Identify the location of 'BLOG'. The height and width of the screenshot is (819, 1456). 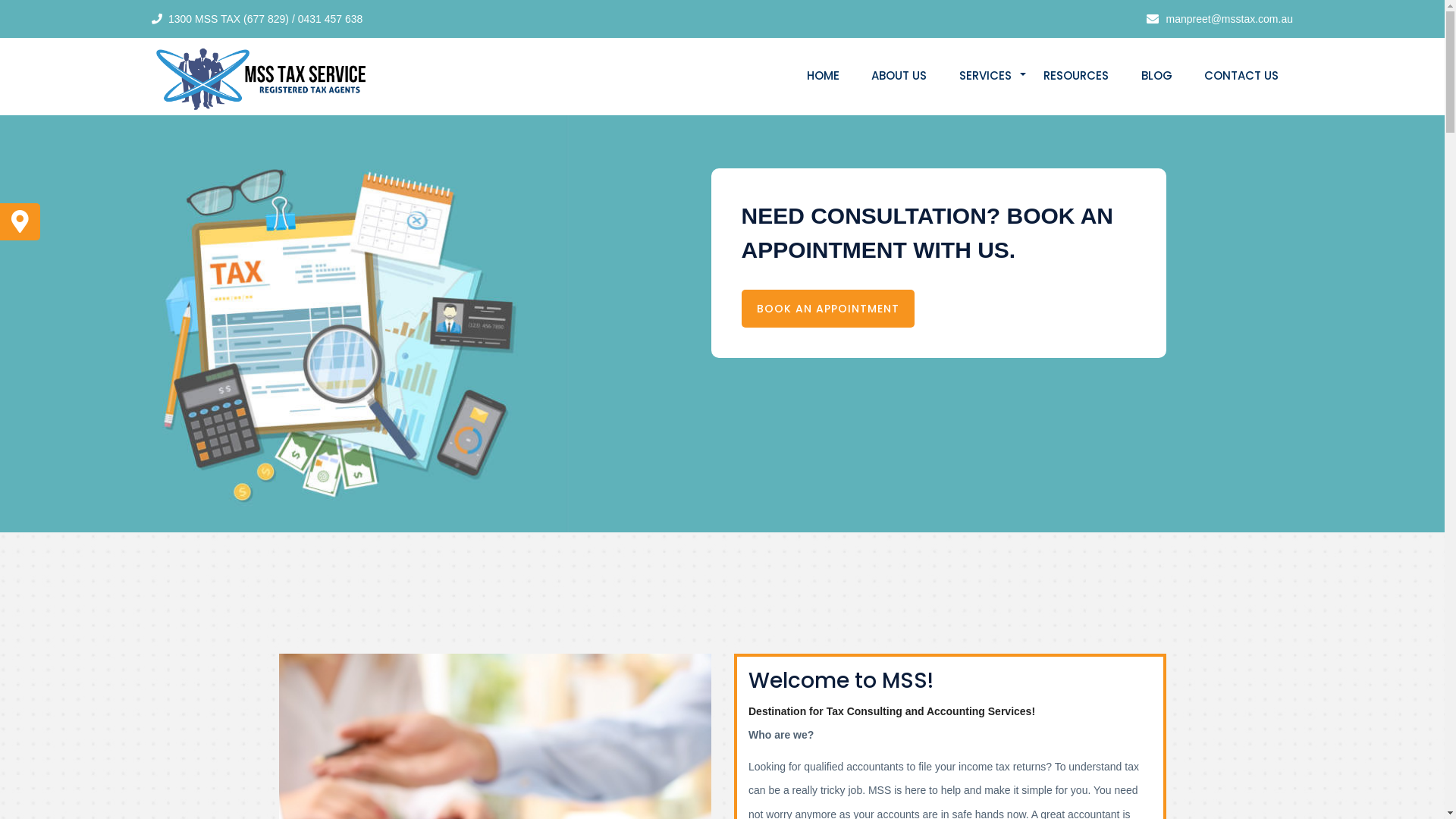
(1156, 76).